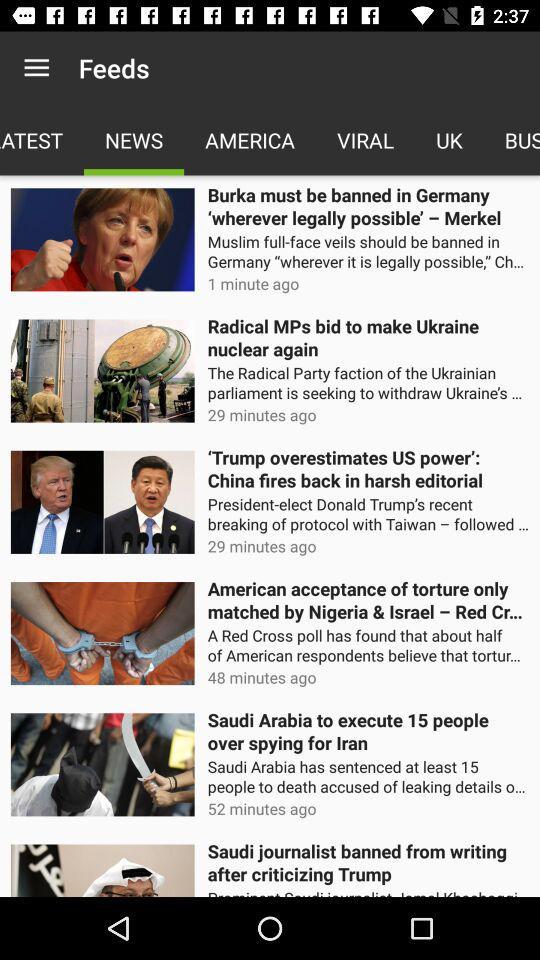  Describe the element at coordinates (511, 139) in the screenshot. I see `the icon above the burka must be icon` at that location.